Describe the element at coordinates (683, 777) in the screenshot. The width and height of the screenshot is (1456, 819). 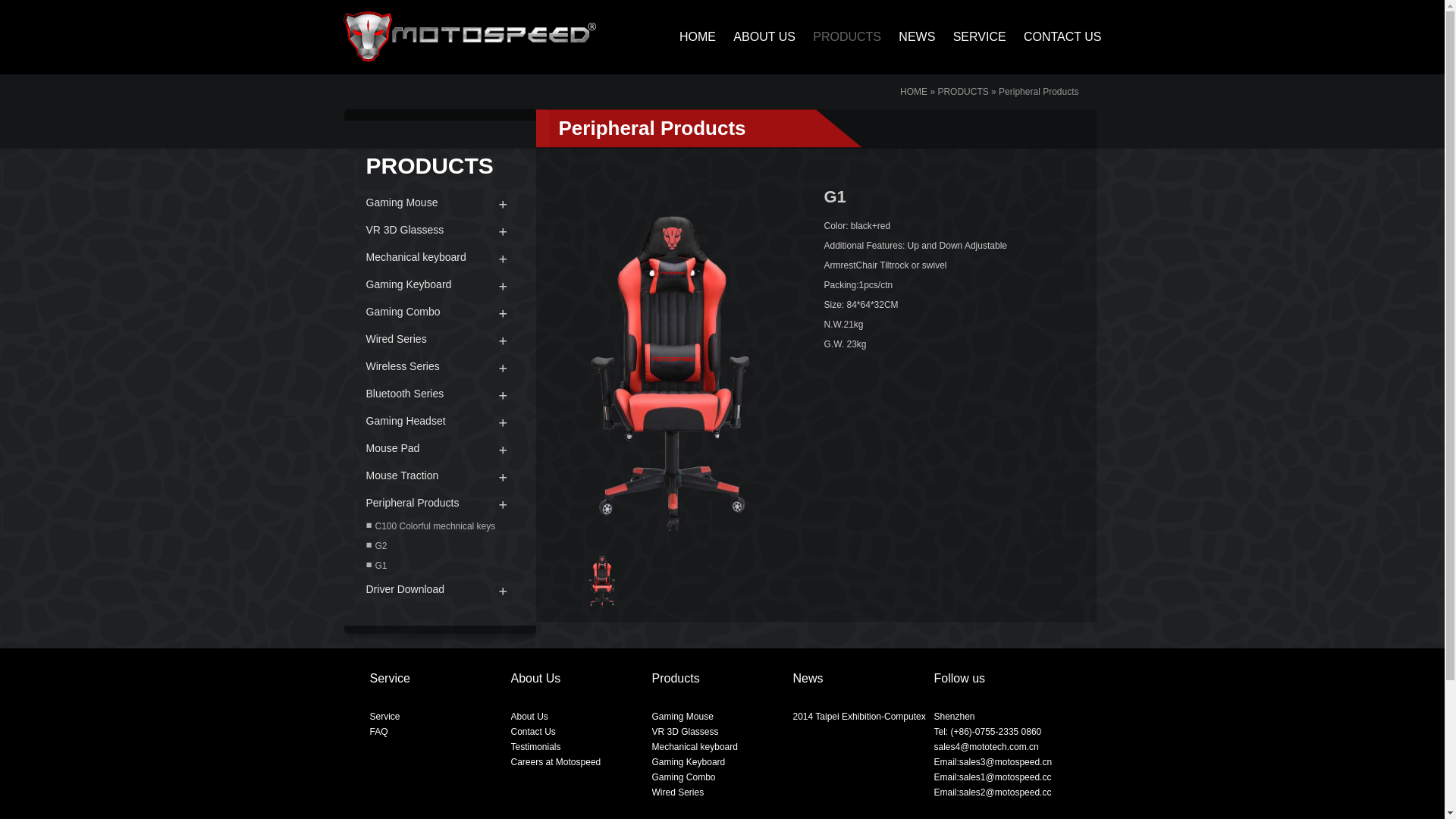
I see `'Gaming Combo'` at that location.